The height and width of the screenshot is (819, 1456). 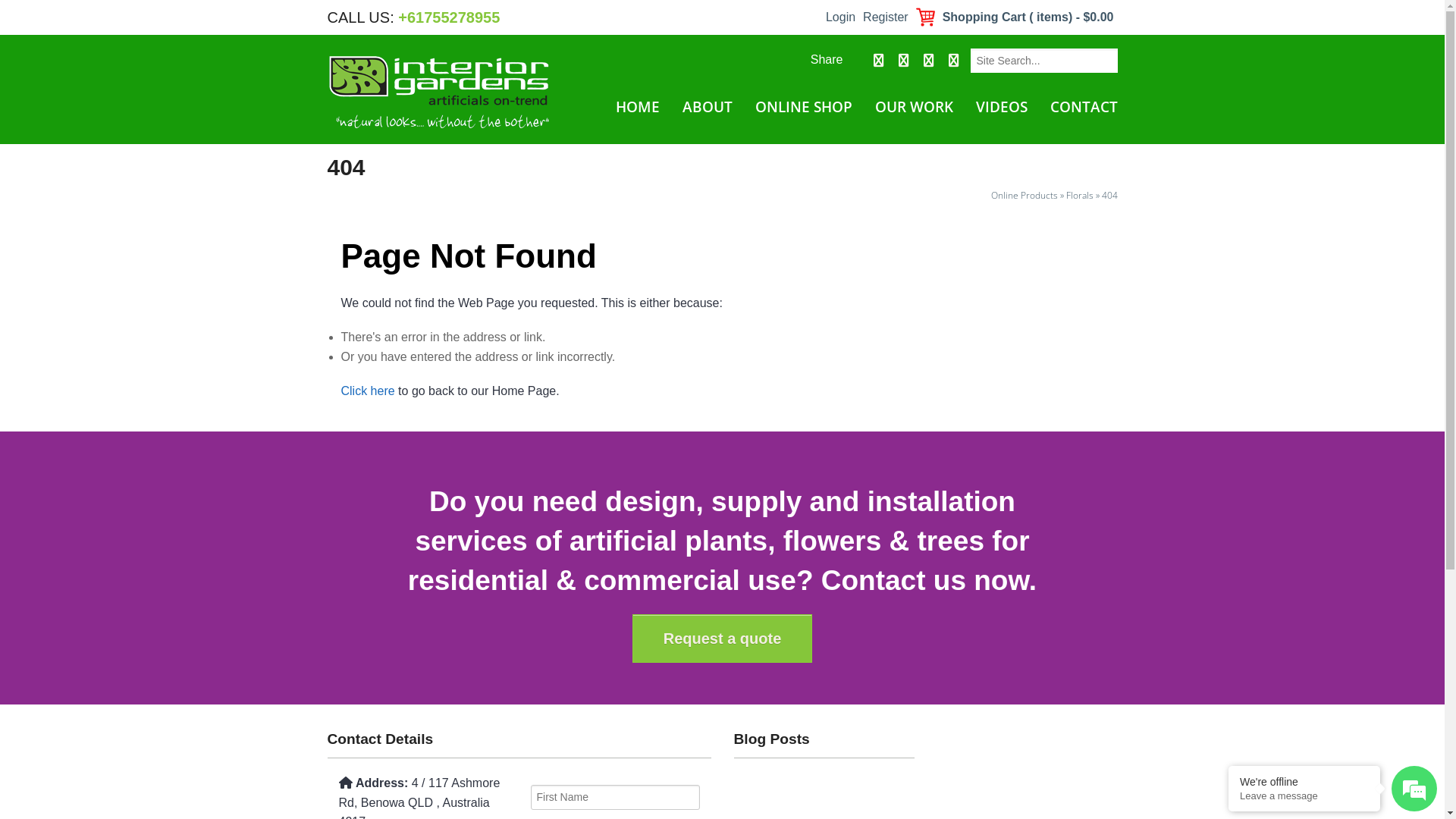 I want to click on 'ONLINE SHOP', so click(x=750, y=106).